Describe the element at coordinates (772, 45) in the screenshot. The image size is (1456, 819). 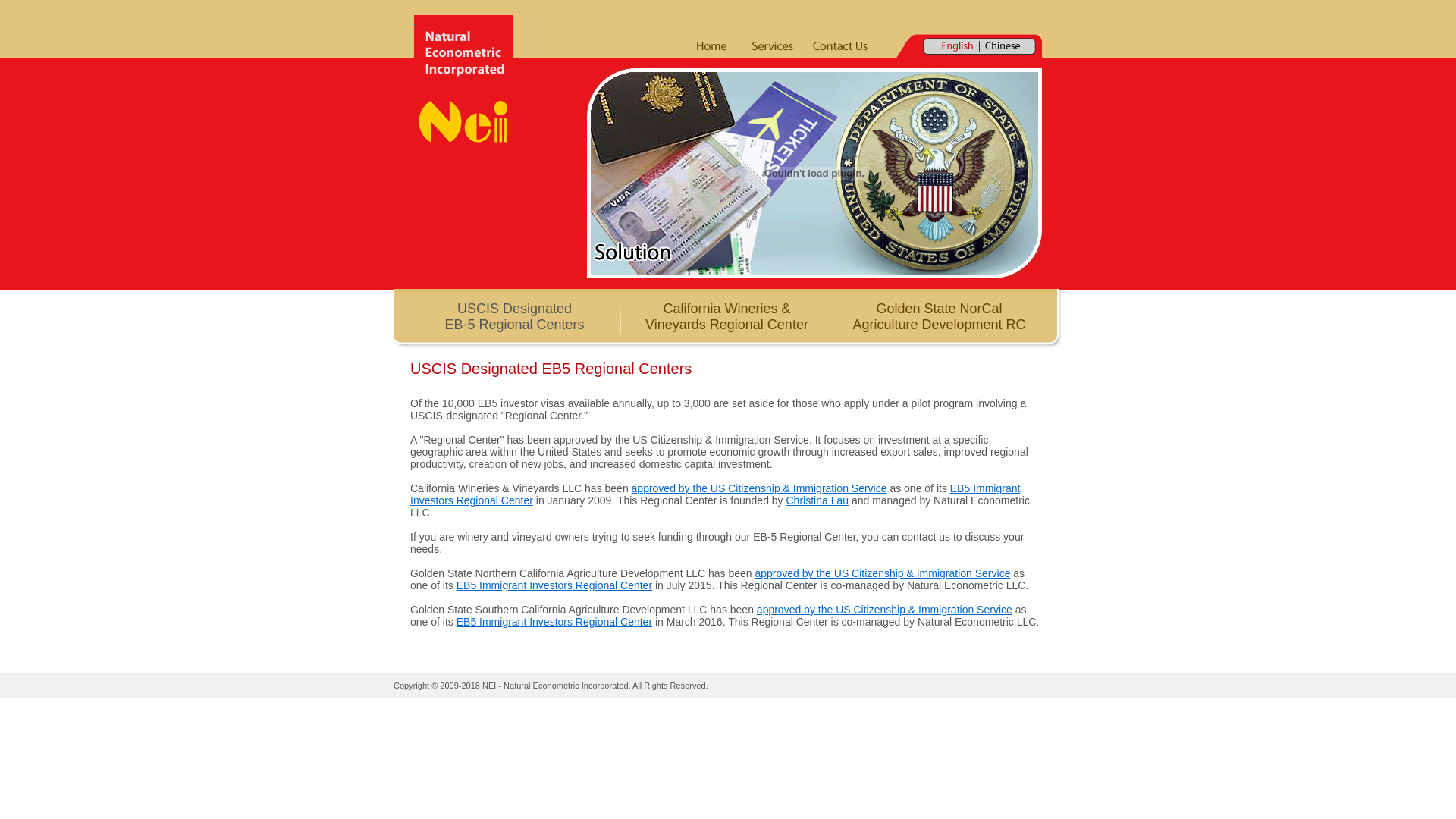
I see `'Service'` at that location.